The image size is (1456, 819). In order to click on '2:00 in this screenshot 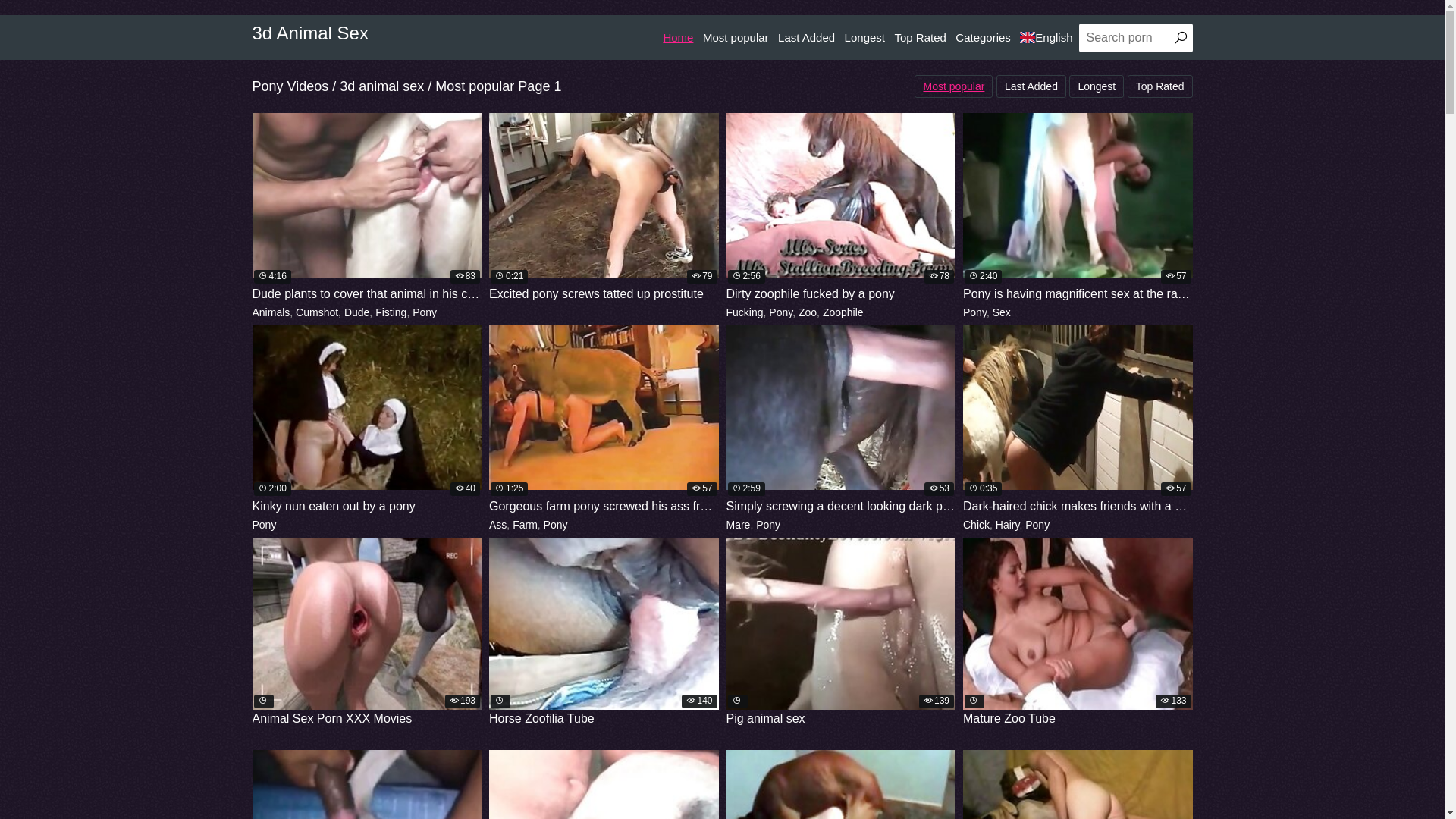, I will do `click(366, 420)`.